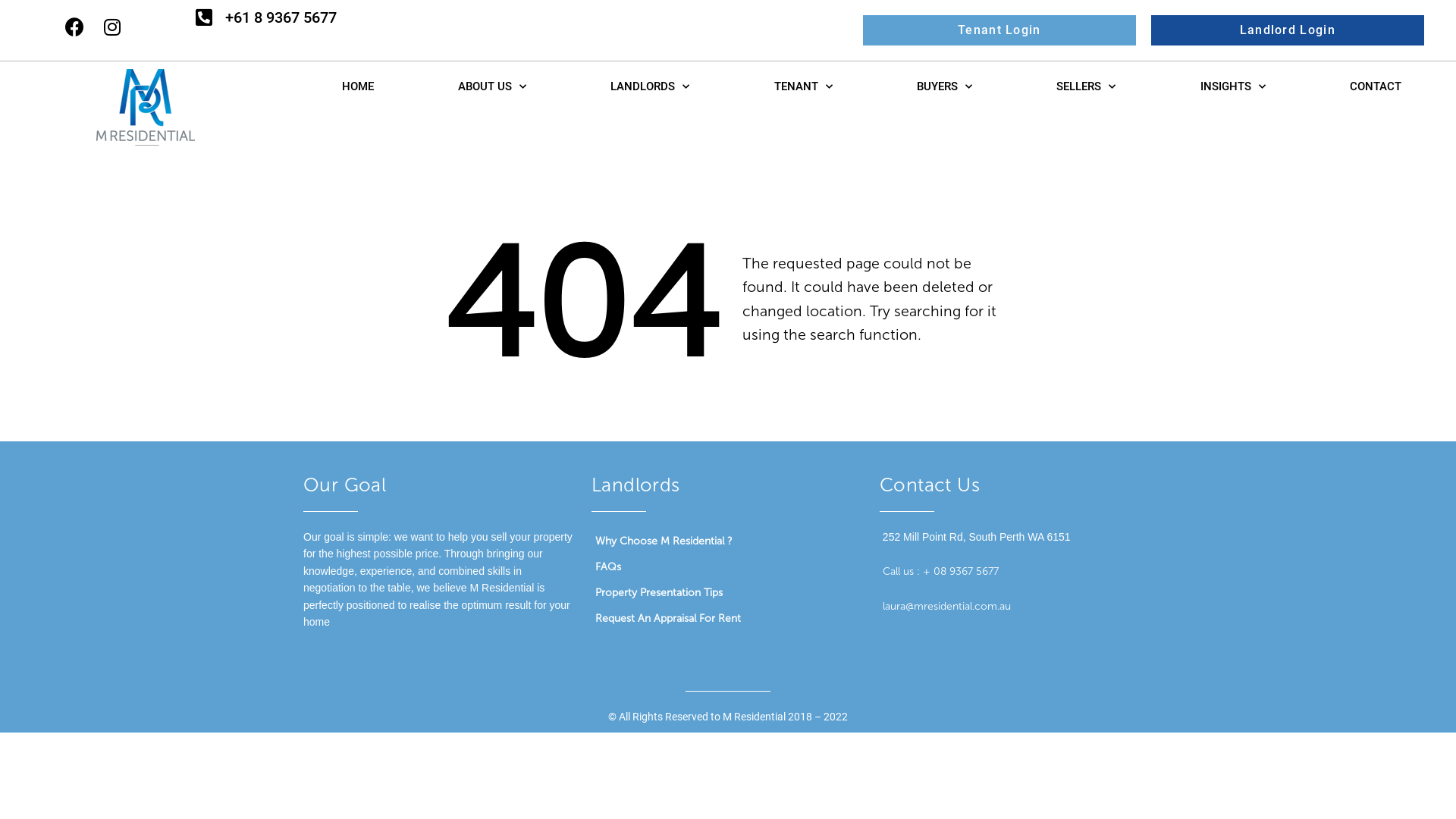 This screenshot has width=1456, height=819. What do you see at coordinates (999, 30) in the screenshot?
I see `'Tenant Login'` at bounding box center [999, 30].